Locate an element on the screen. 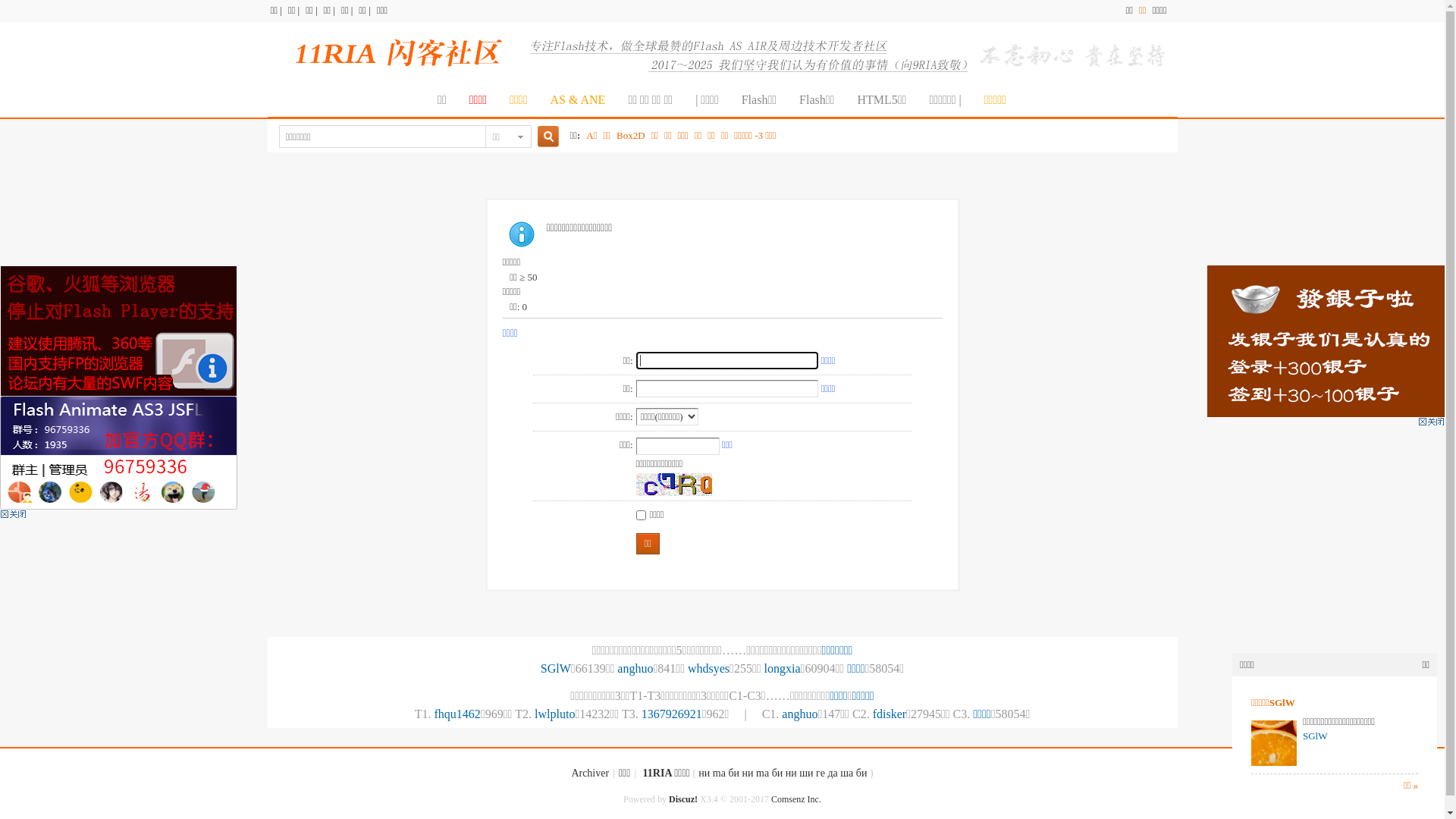  'whdsyes' is located at coordinates (687, 667).